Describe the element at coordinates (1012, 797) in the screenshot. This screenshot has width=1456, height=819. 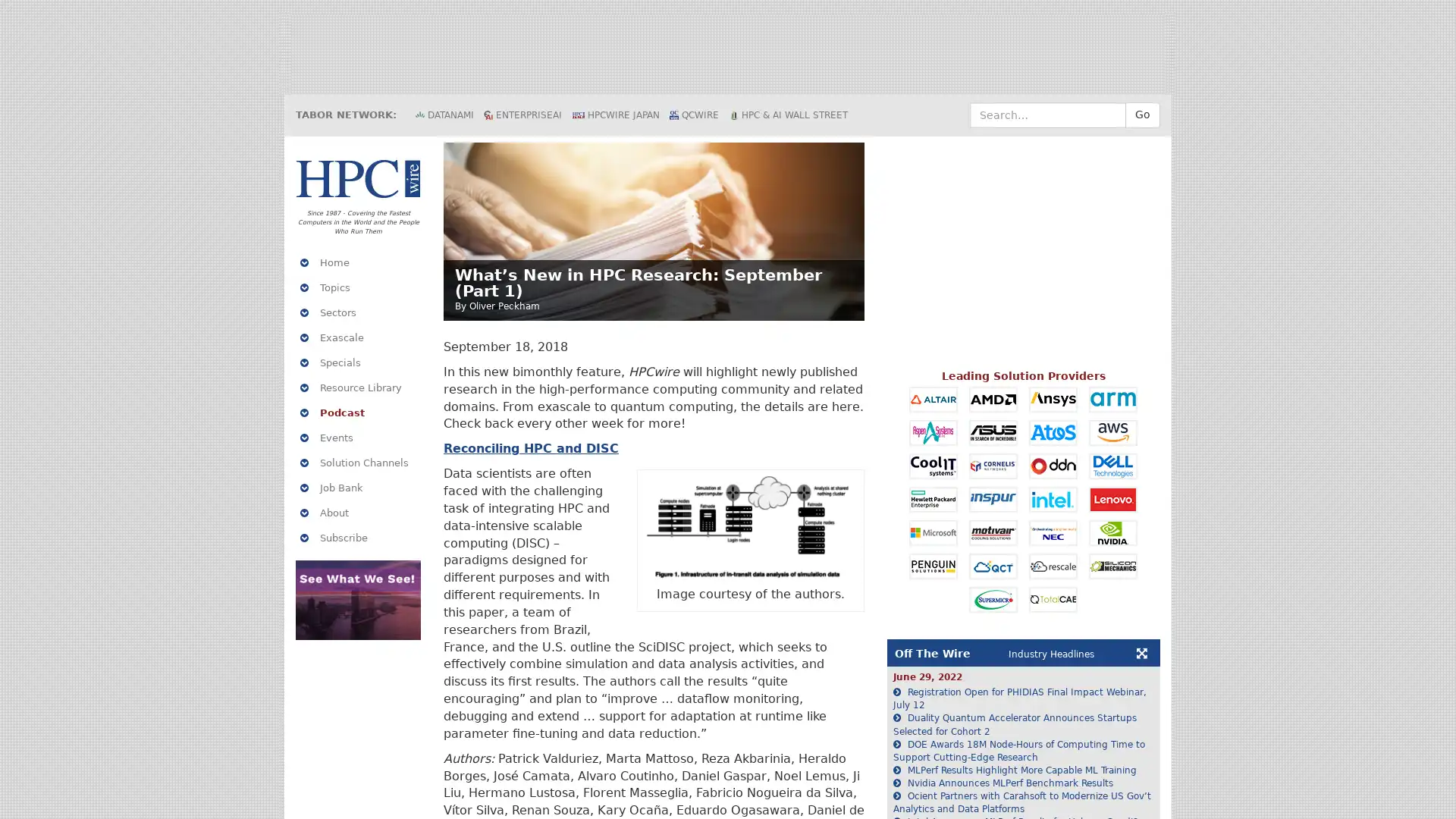
I see `Accept` at that location.